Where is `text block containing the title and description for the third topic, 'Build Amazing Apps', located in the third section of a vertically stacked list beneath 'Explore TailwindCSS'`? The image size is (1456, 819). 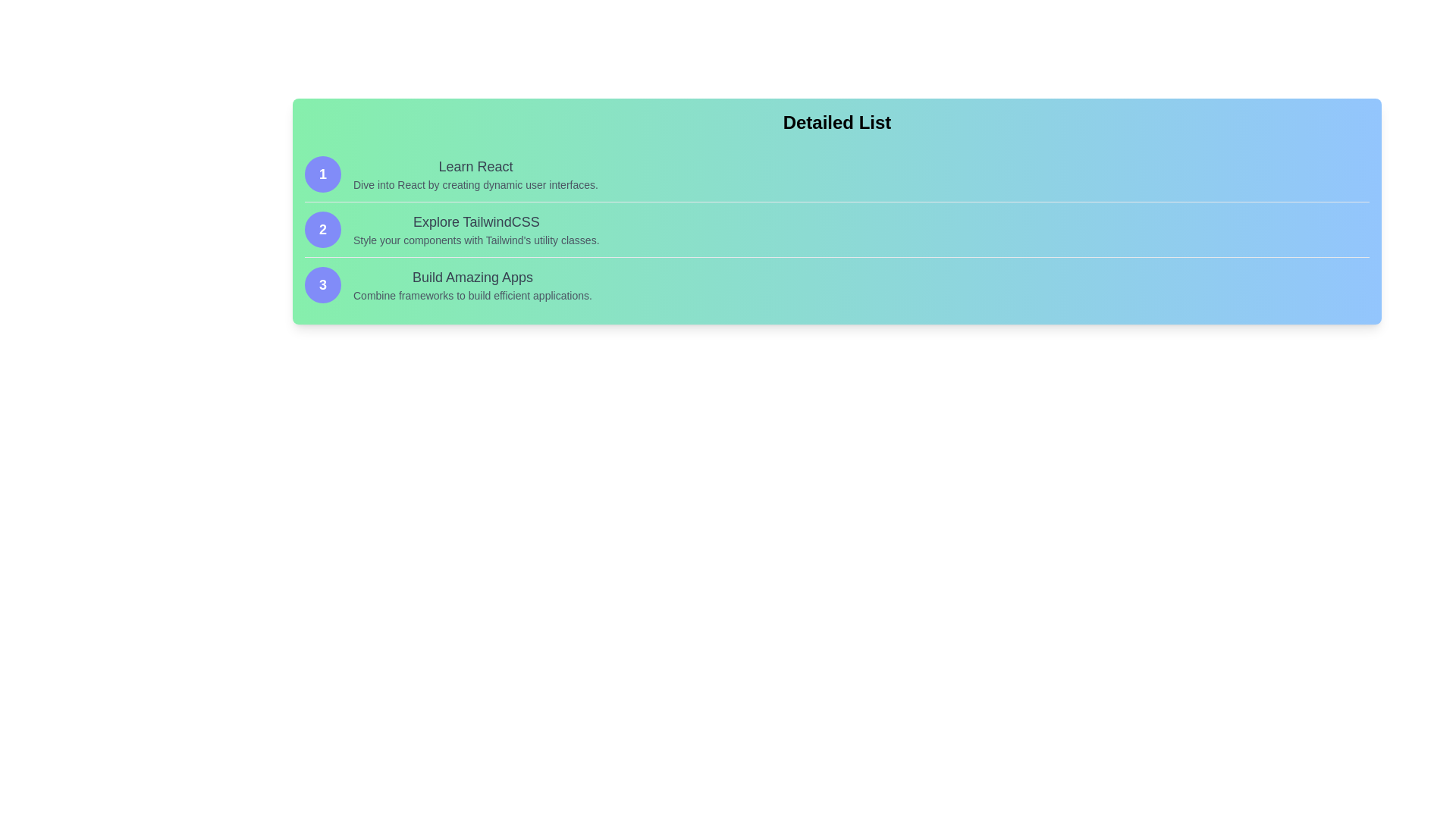 text block containing the title and description for the third topic, 'Build Amazing Apps', located in the third section of a vertically stacked list beneath 'Explore TailwindCSS' is located at coordinates (472, 284).